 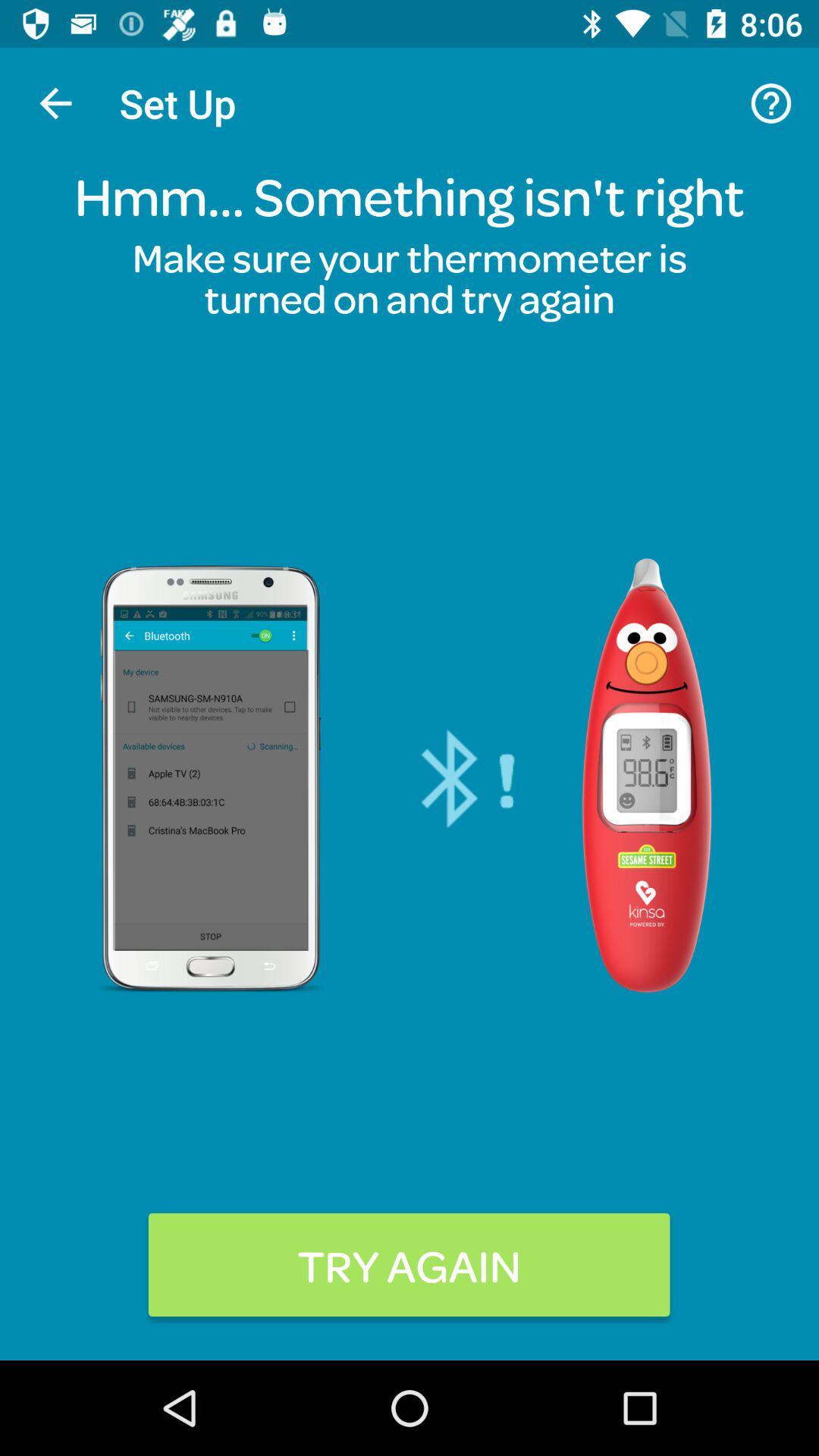 I want to click on the icon next to the set up app, so click(x=55, y=102).